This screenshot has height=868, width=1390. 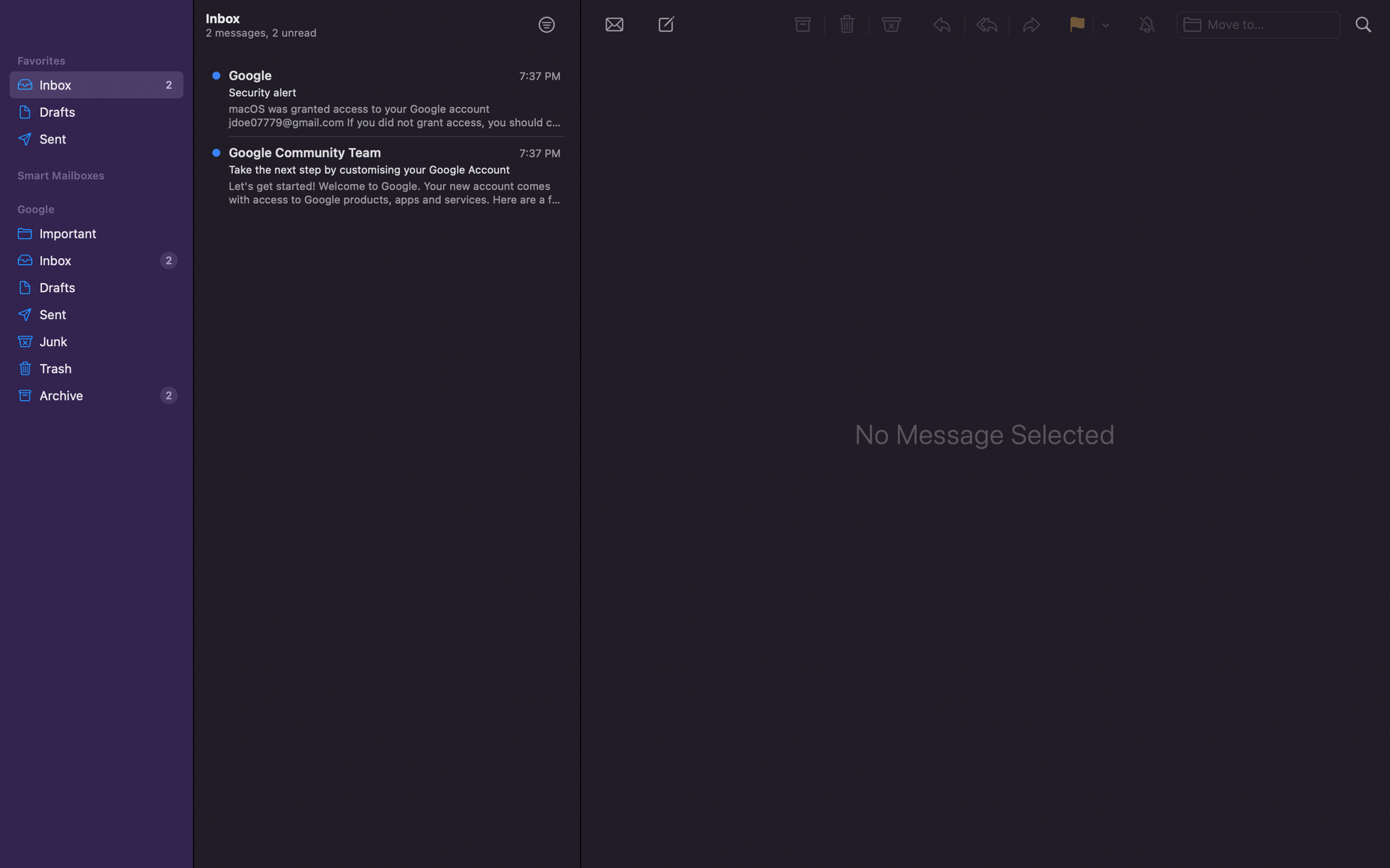 What do you see at coordinates (94, 231) in the screenshot?
I see `Navigate and open the crucial mail` at bounding box center [94, 231].